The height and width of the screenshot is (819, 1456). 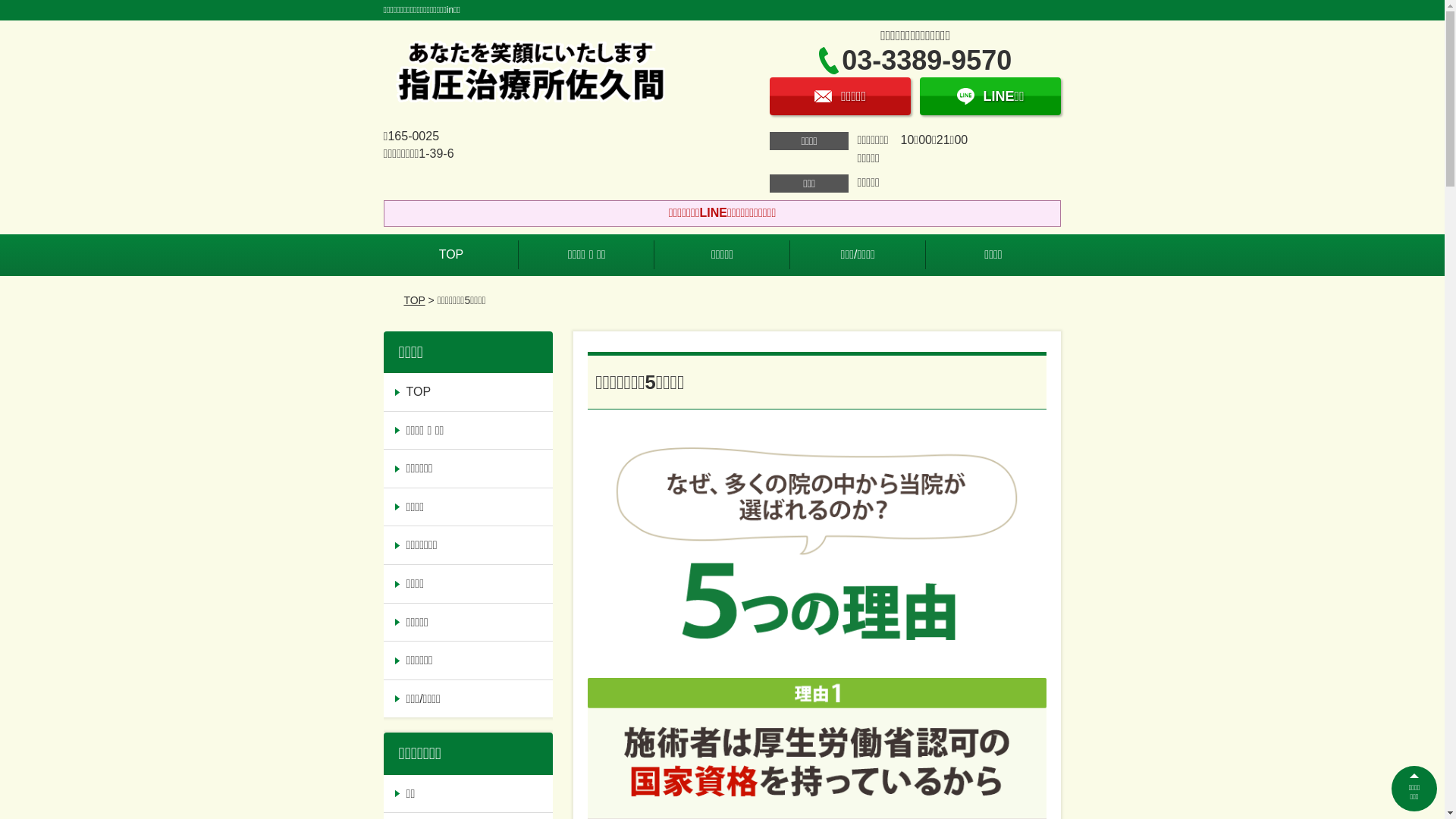 I want to click on 'TOP', so click(x=414, y=300).